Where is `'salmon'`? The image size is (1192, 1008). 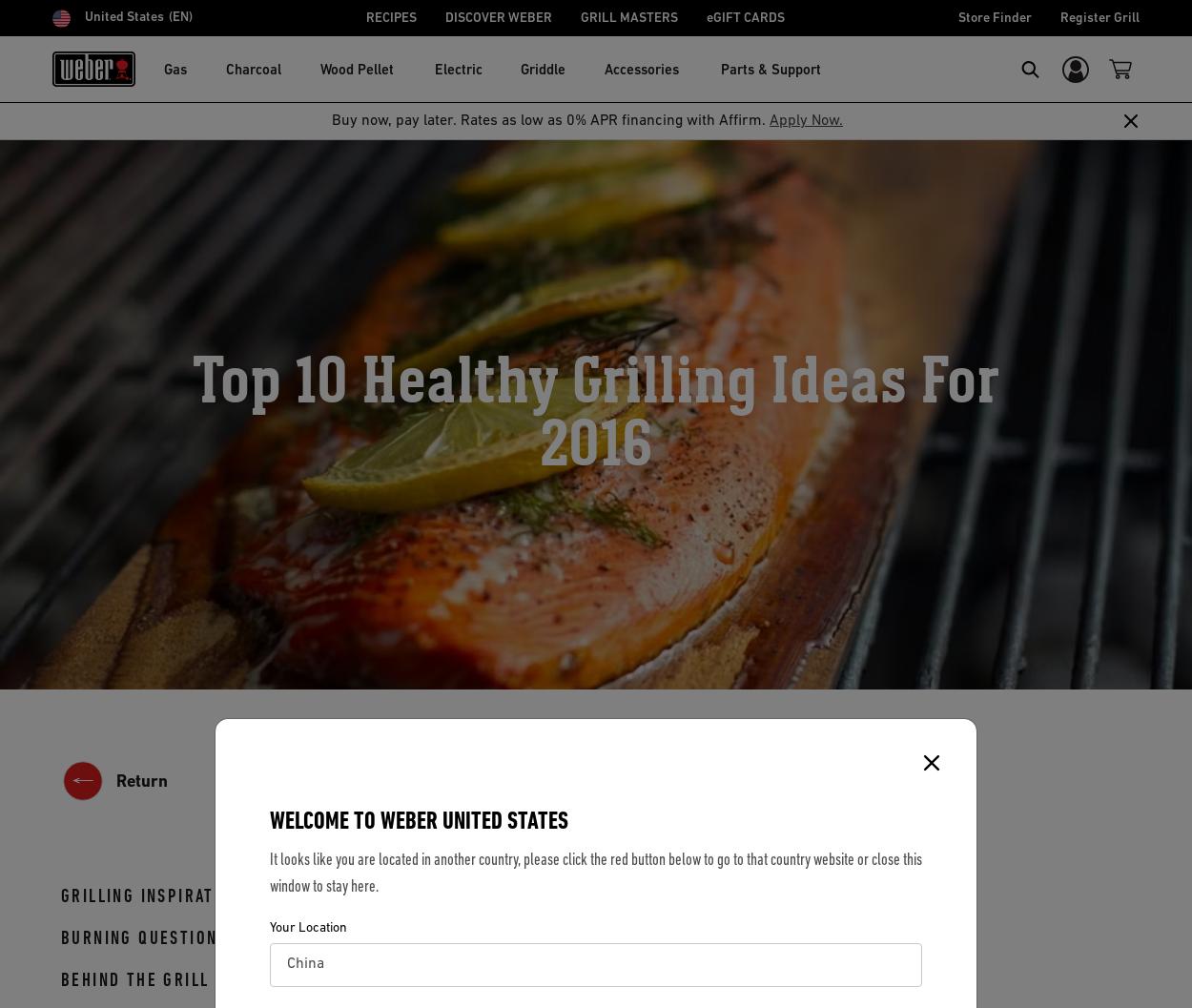 'salmon' is located at coordinates (535, 967).